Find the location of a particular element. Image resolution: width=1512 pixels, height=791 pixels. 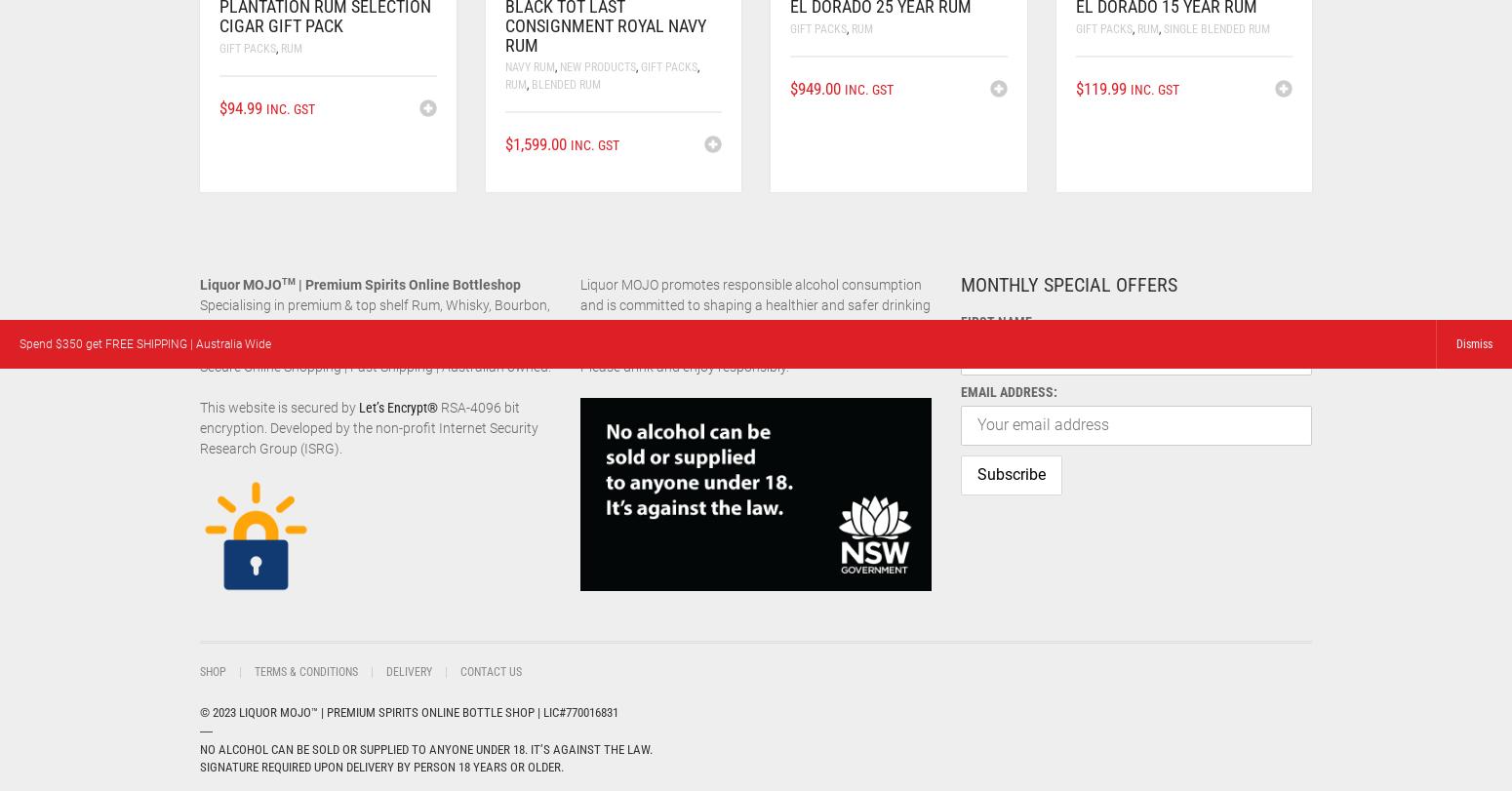

'119.99' is located at coordinates (1102, 88).